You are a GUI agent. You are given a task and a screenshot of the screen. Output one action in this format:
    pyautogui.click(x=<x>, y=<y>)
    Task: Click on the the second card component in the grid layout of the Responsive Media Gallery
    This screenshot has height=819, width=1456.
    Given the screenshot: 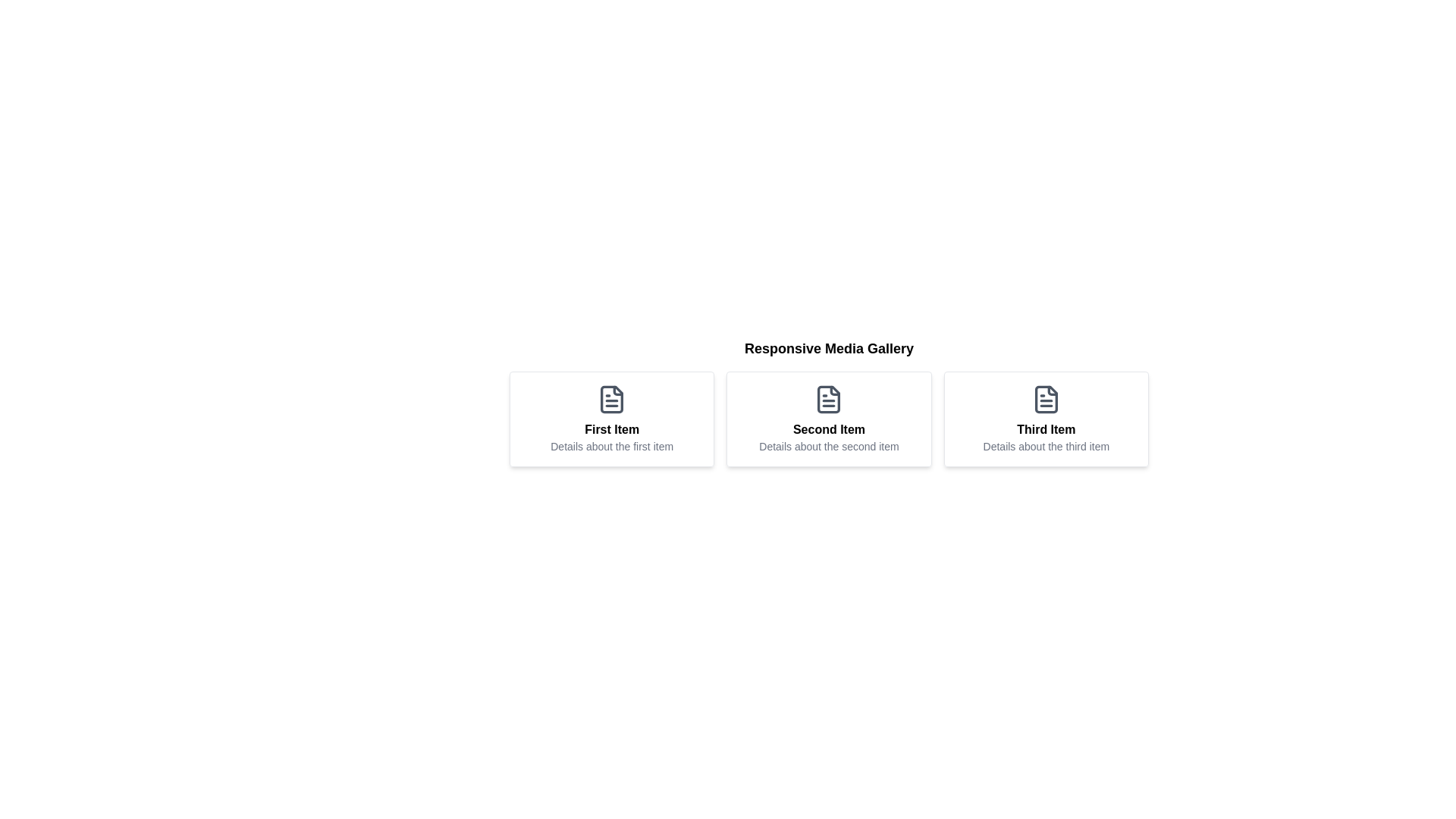 What is the action you would take?
    pyautogui.click(x=828, y=419)
    